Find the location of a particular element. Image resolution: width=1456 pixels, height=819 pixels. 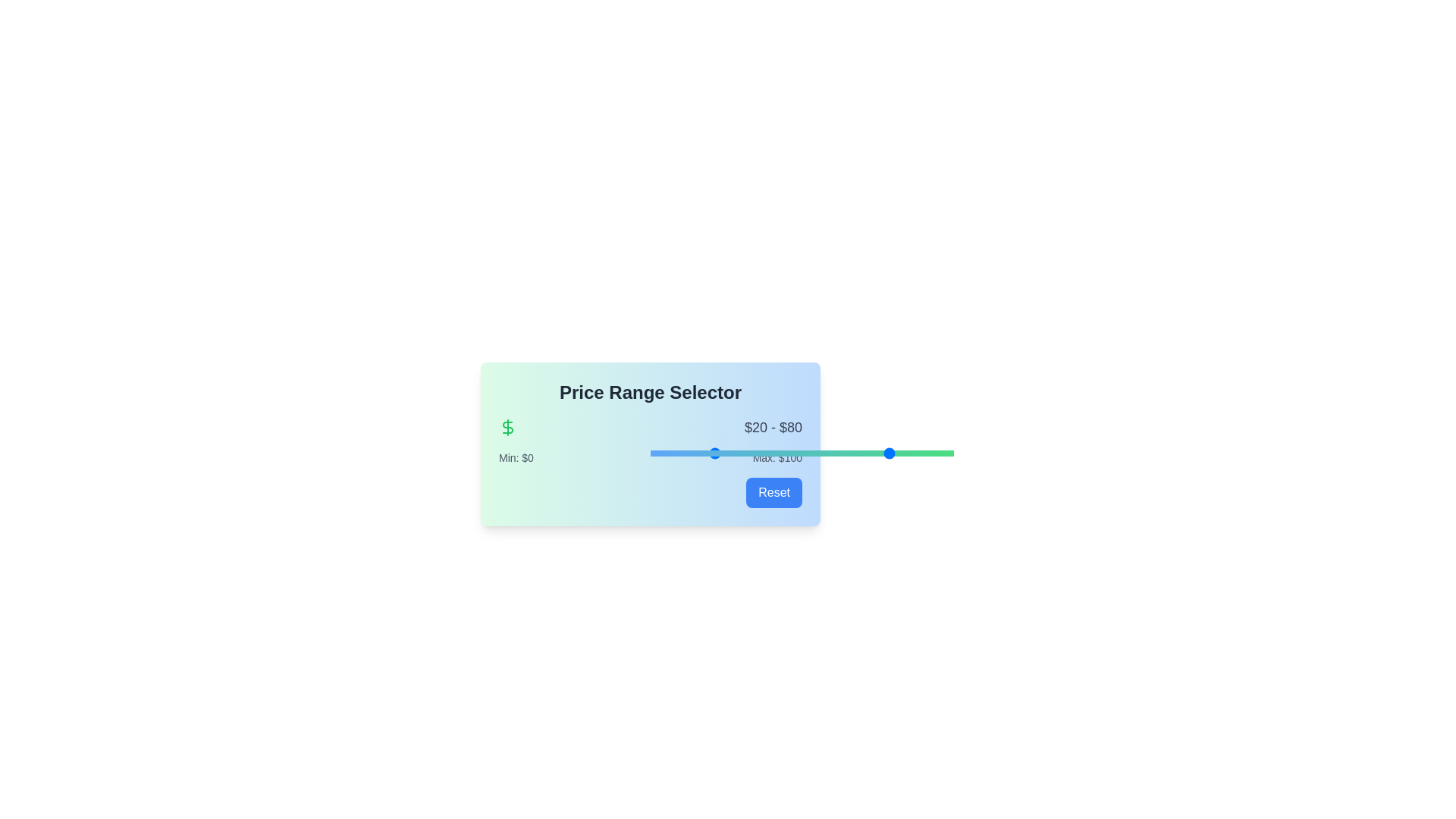

the text label displaying '$20 - $80', which is located on the far-right side of the price slider component is located at coordinates (773, 427).